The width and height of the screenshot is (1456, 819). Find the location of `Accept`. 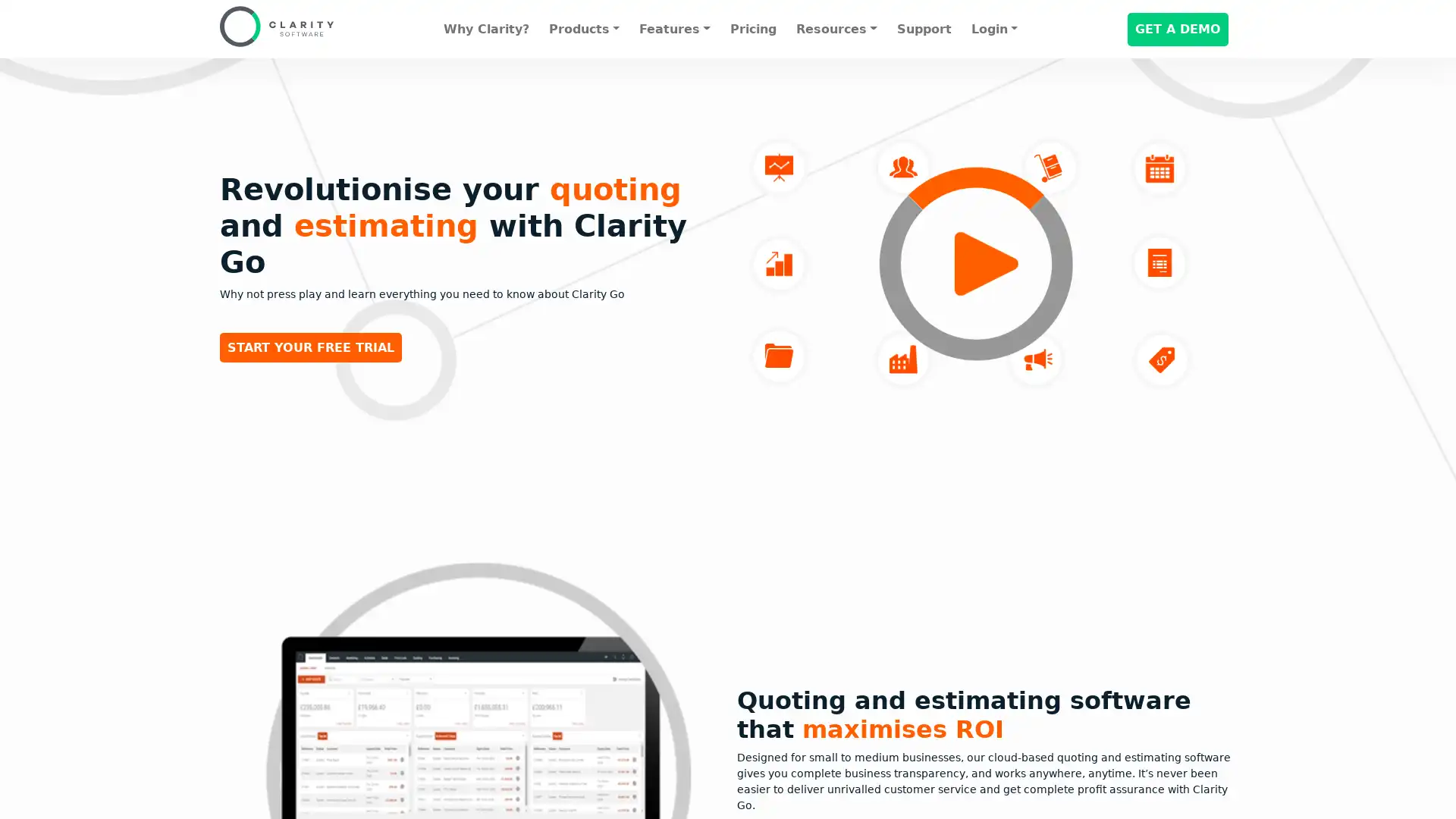

Accept is located at coordinates (934, 107).